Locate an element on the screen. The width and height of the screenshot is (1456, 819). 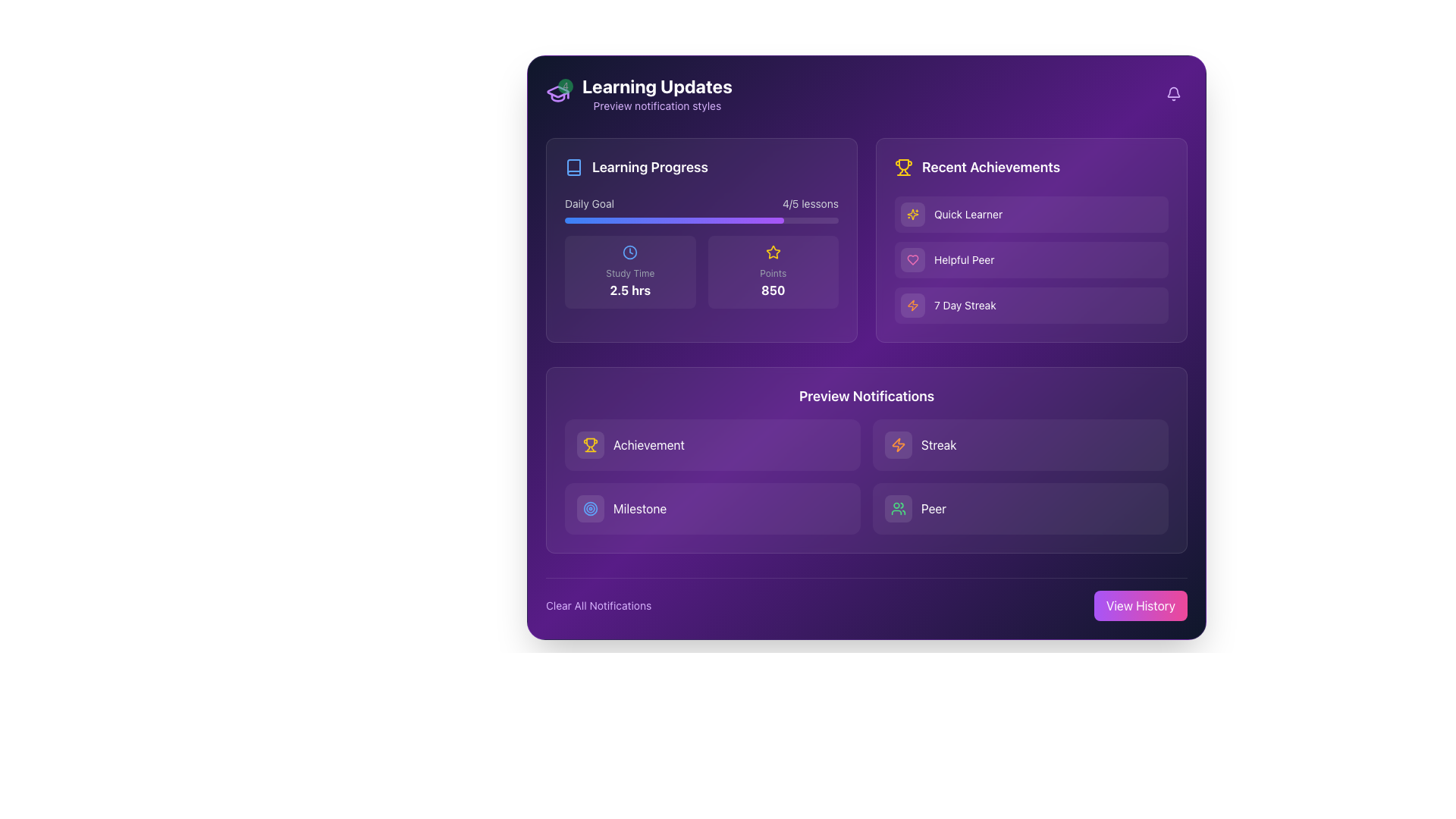
the descriptive Text Label located in the left-hand side of the notification block, which serves as an identifier for the associated notification category is located at coordinates (640, 509).